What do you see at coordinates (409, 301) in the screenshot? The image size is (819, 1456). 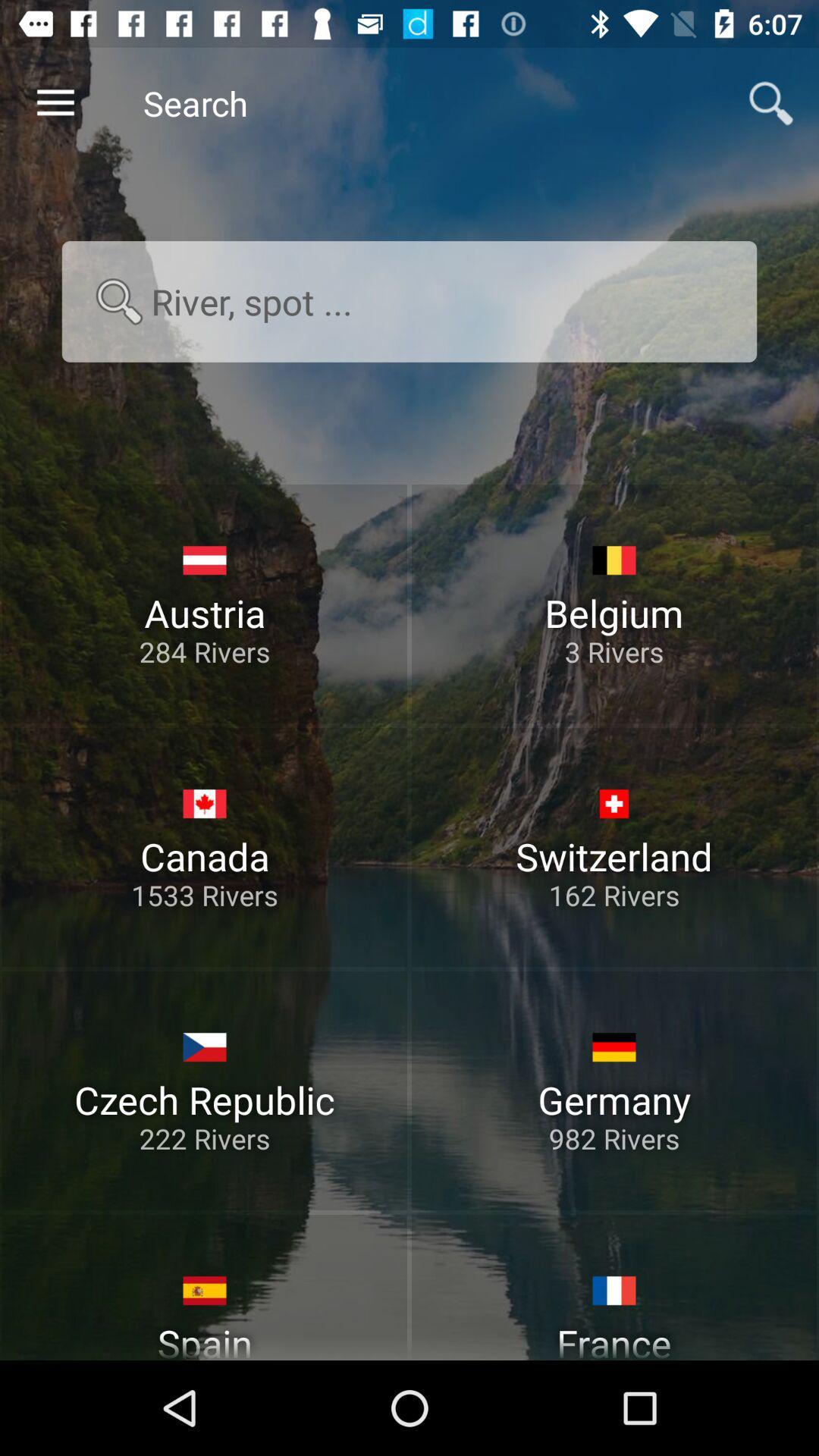 I see `search` at bounding box center [409, 301].